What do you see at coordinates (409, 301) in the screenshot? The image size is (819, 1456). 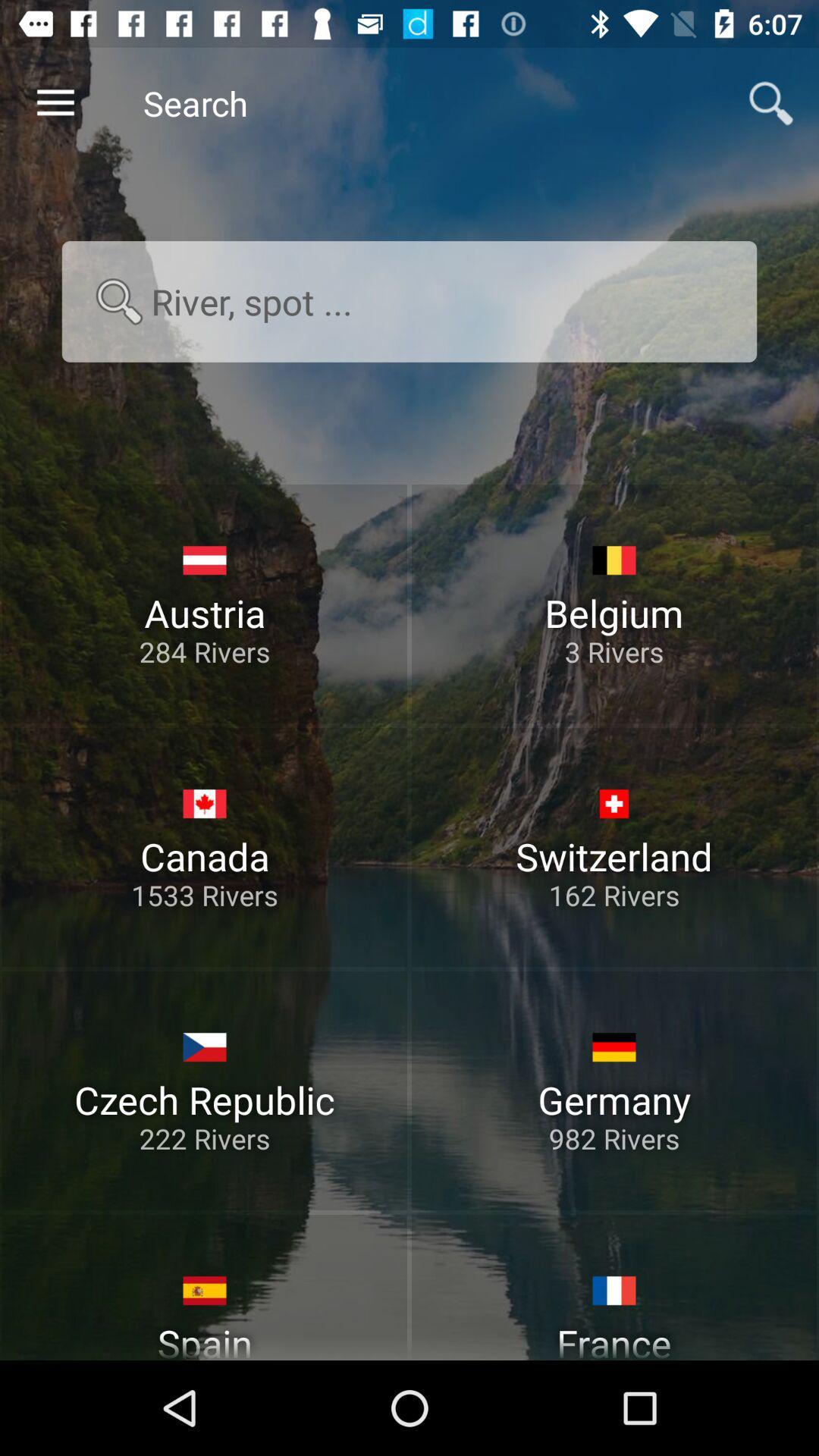 I see `search` at bounding box center [409, 301].